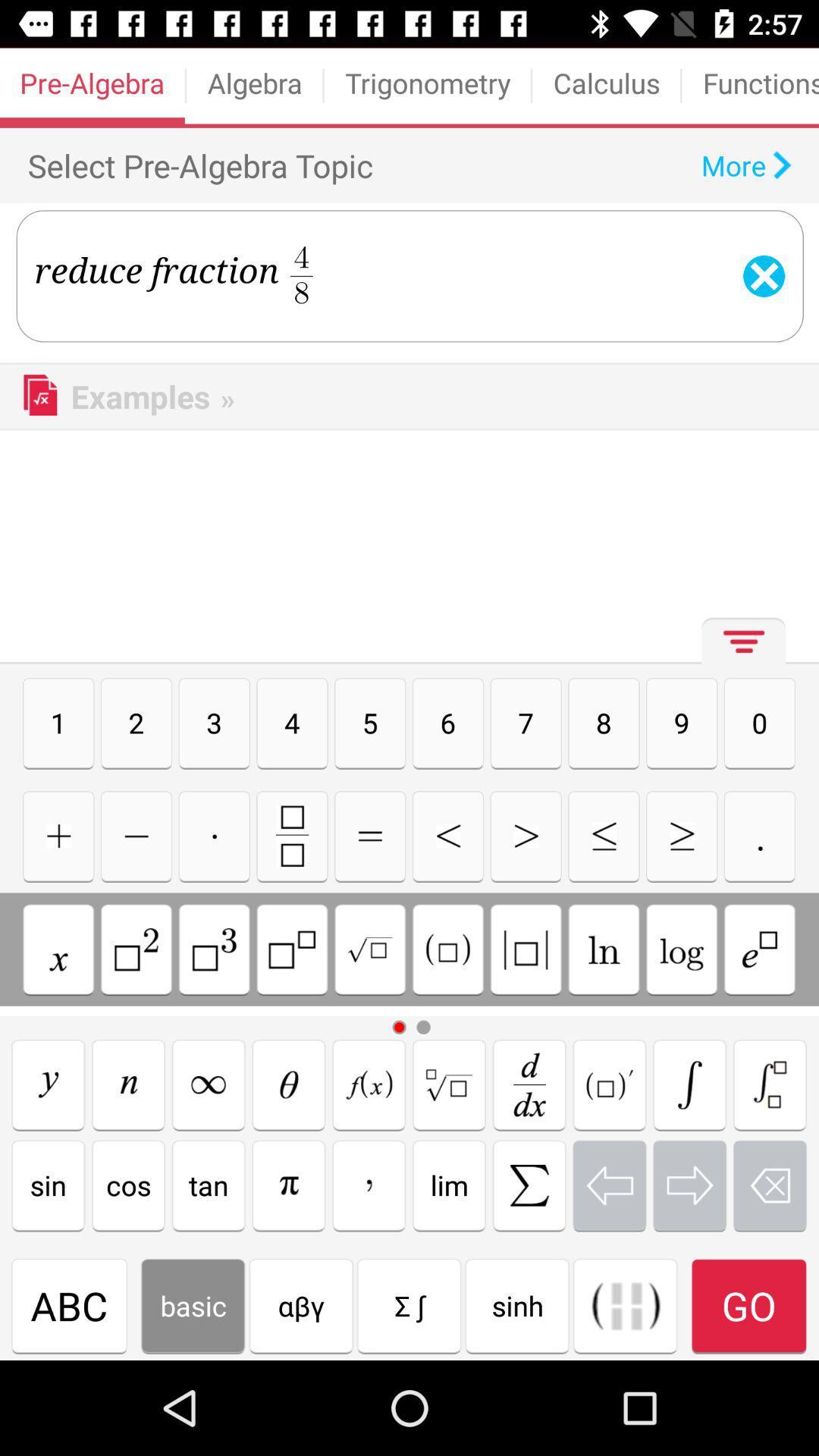  What do you see at coordinates (681, 835) in the screenshot?
I see `reduce fraction button` at bounding box center [681, 835].